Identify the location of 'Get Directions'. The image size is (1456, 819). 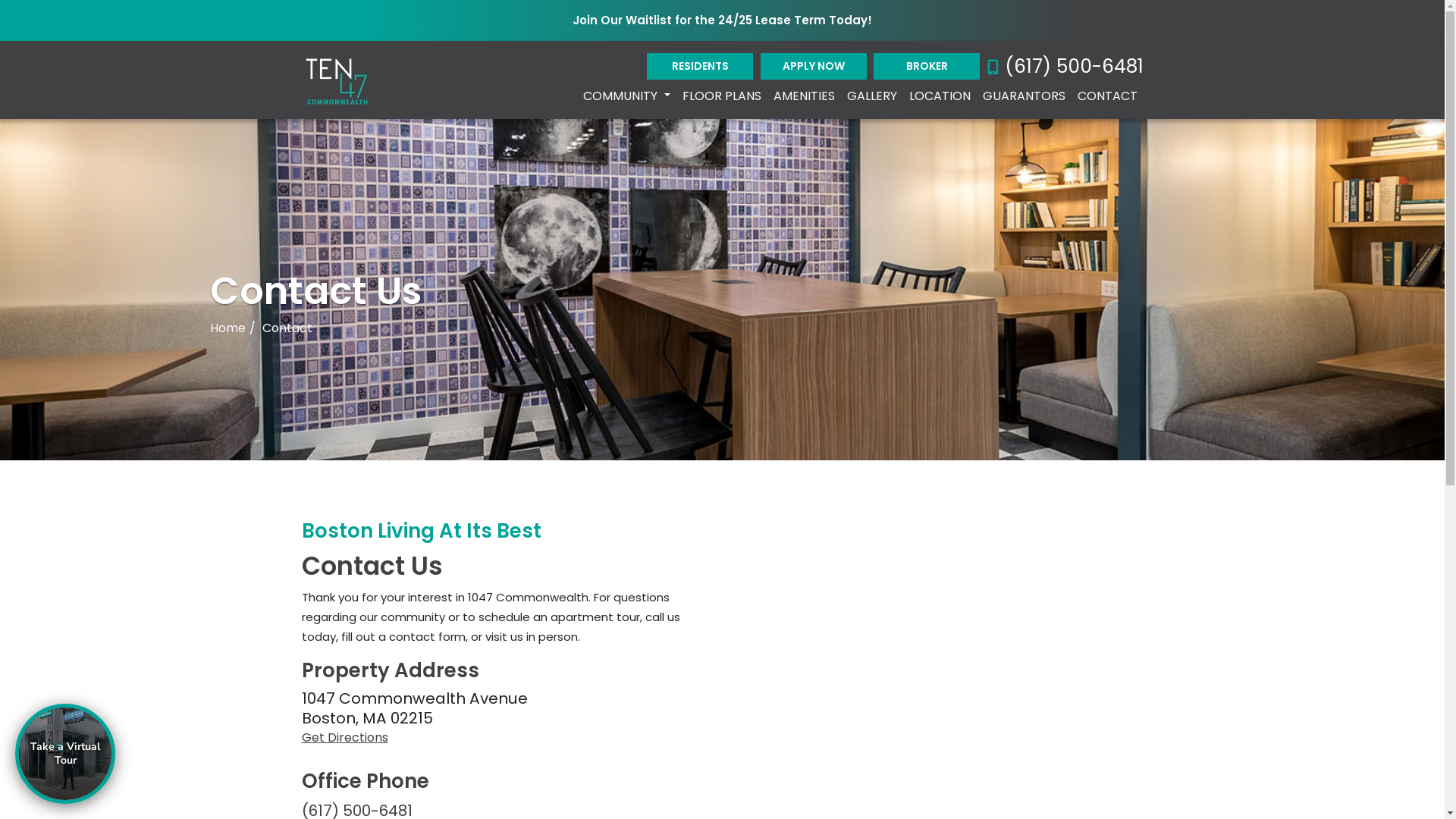
(506, 736).